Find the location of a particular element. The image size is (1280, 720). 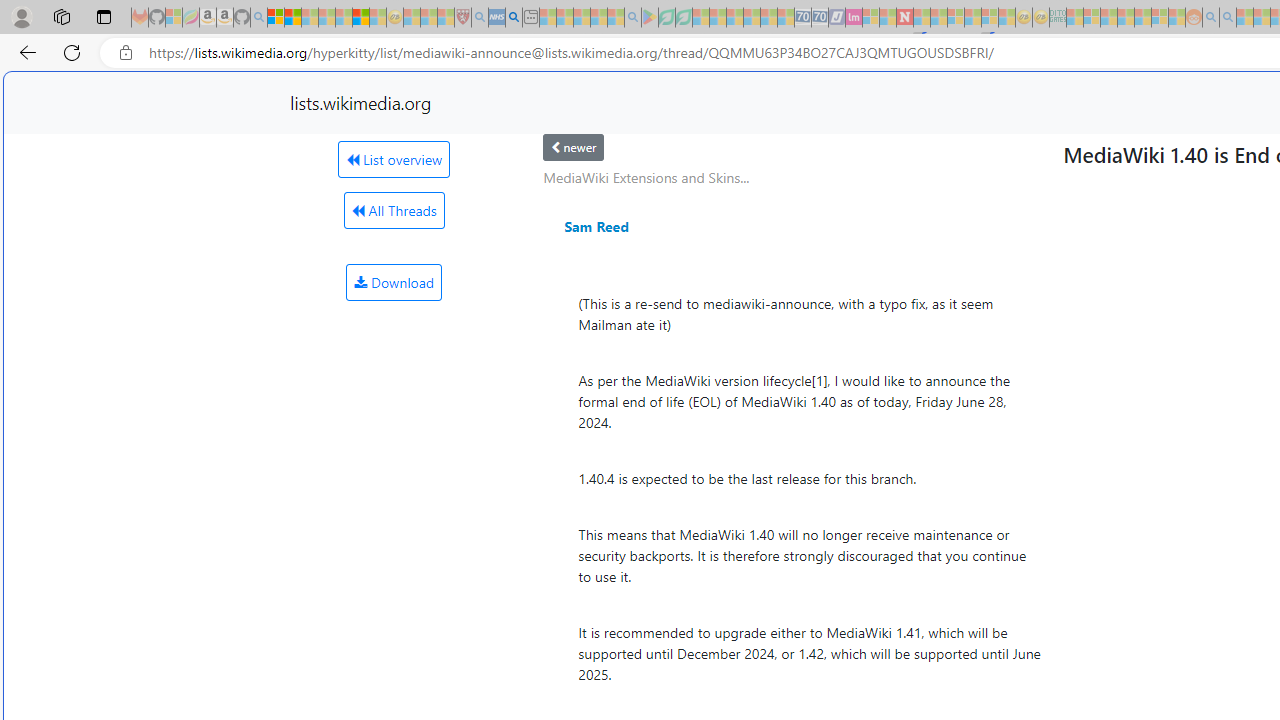

'Pets - MSN - Sleeping' is located at coordinates (598, 17).